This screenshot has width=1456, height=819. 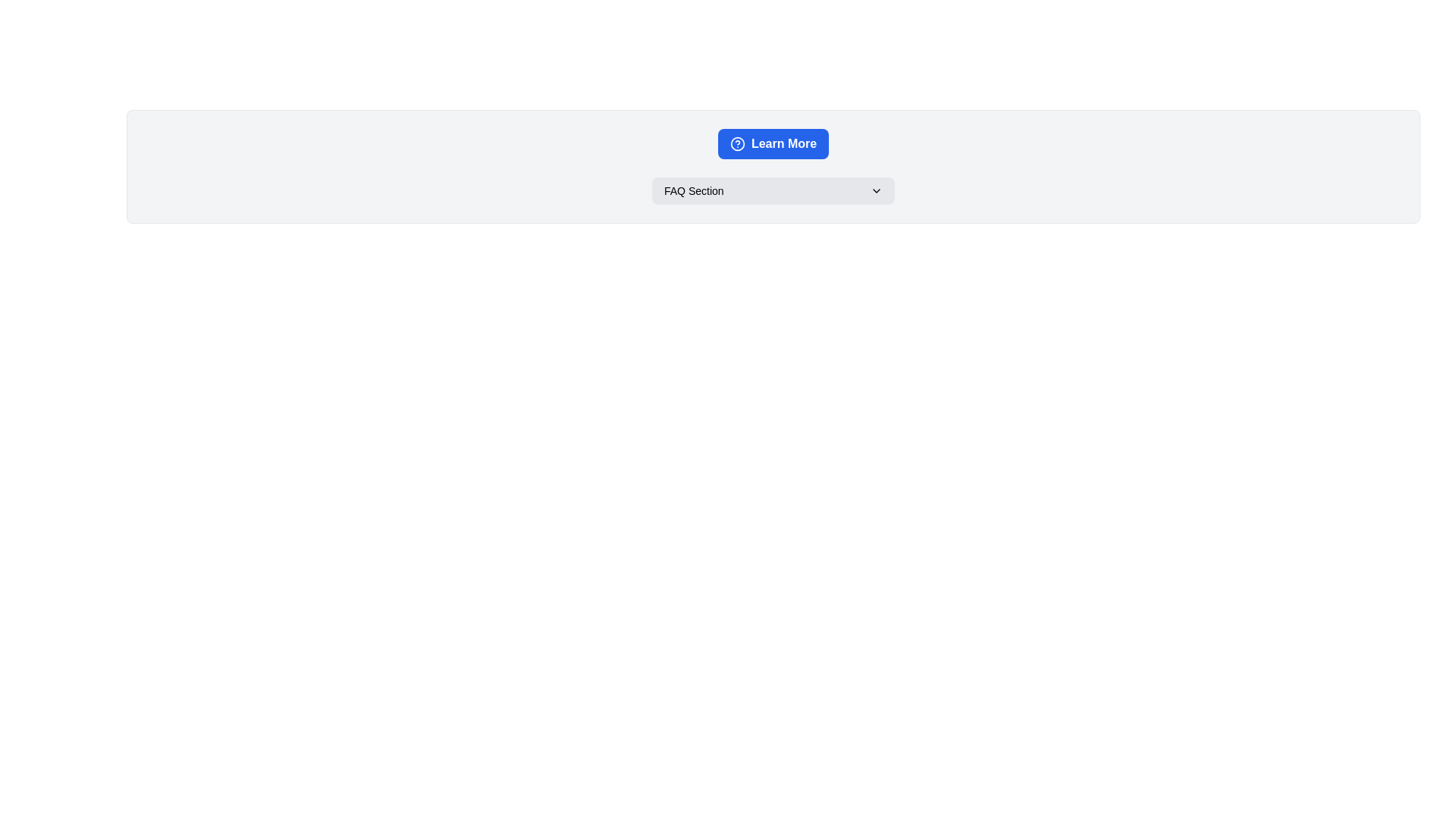 What do you see at coordinates (737, 143) in the screenshot?
I see `the decorative or functional icon for the 'Learn More' button, located to the left of the 'Learn More' text` at bounding box center [737, 143].